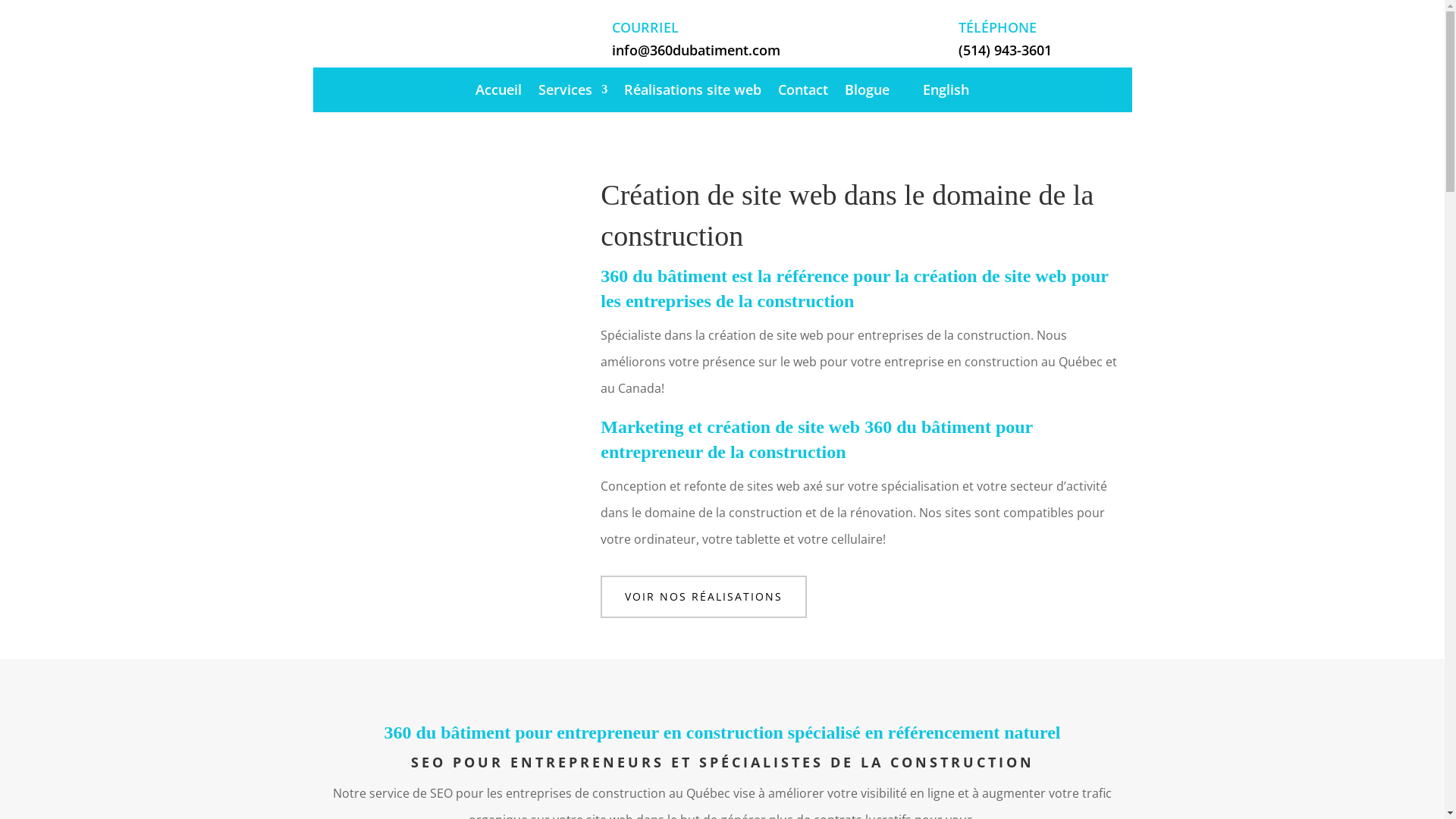  I want to click on 'English', so click(937, 93).